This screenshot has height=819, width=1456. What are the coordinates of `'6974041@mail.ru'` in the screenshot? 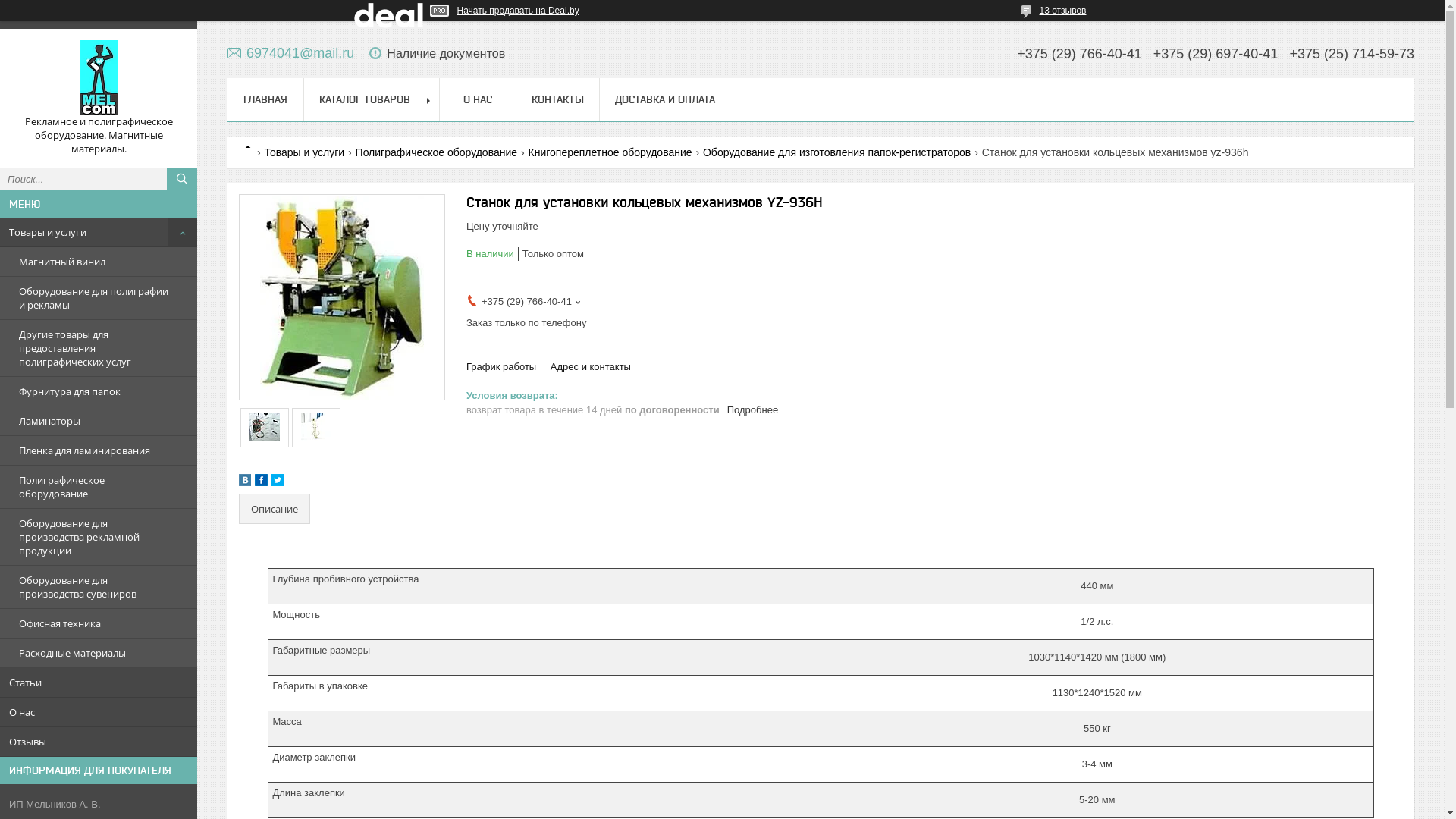 It's located at (290, 52).